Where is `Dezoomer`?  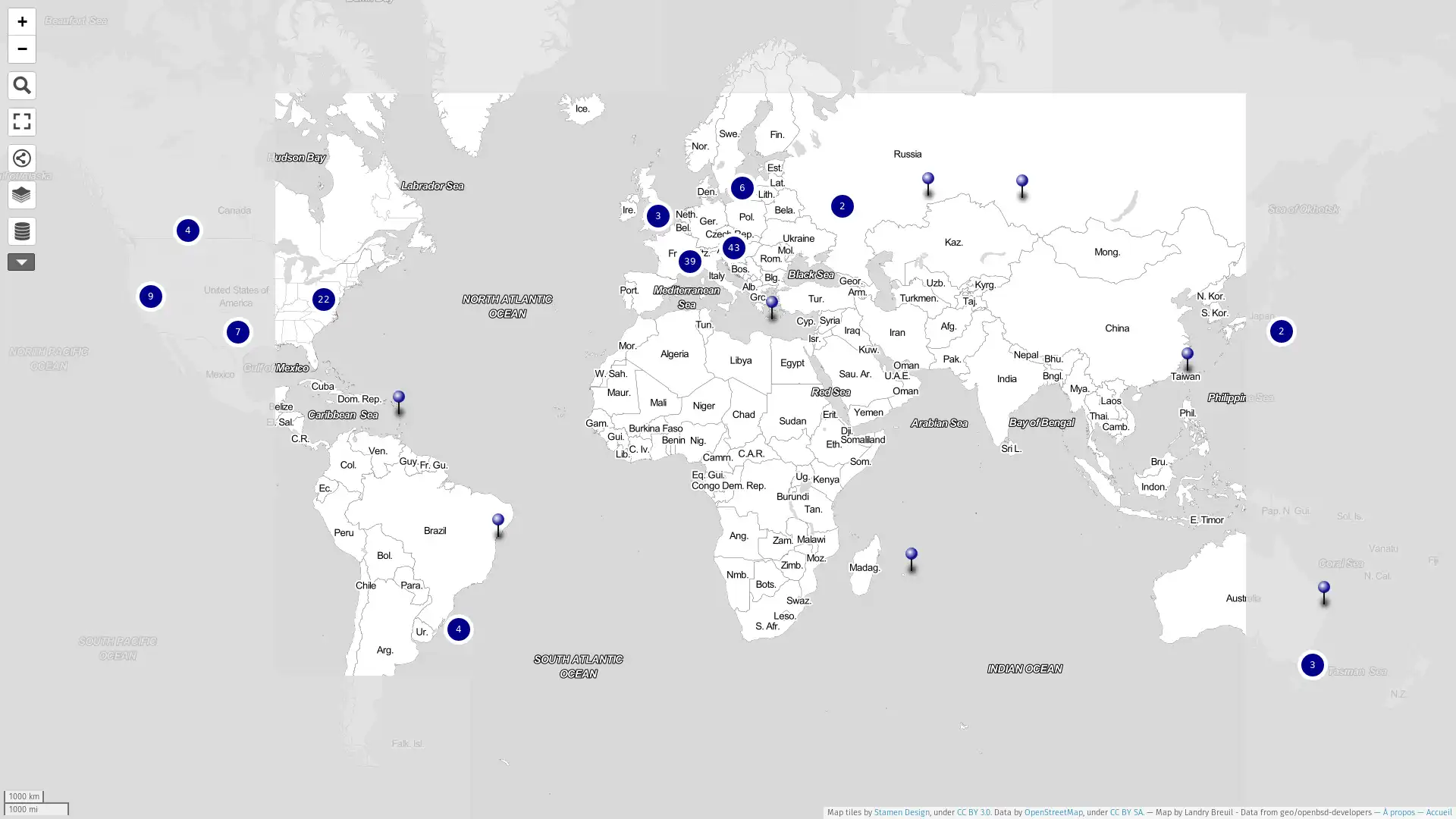 Dezoomer is located at coordinates (21, 49).